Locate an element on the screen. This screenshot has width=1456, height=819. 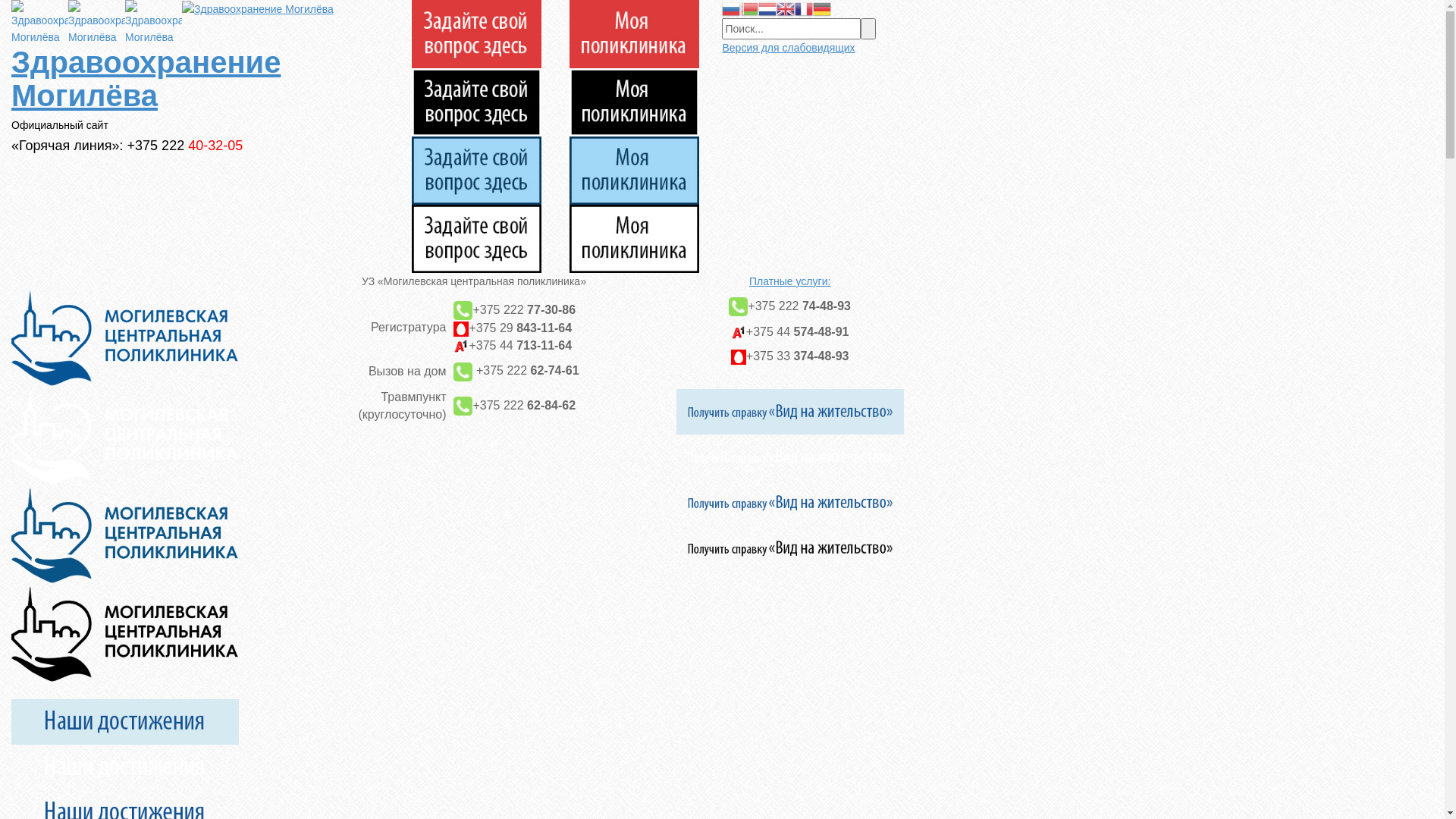
'English' is located at coordinates (786, 8).